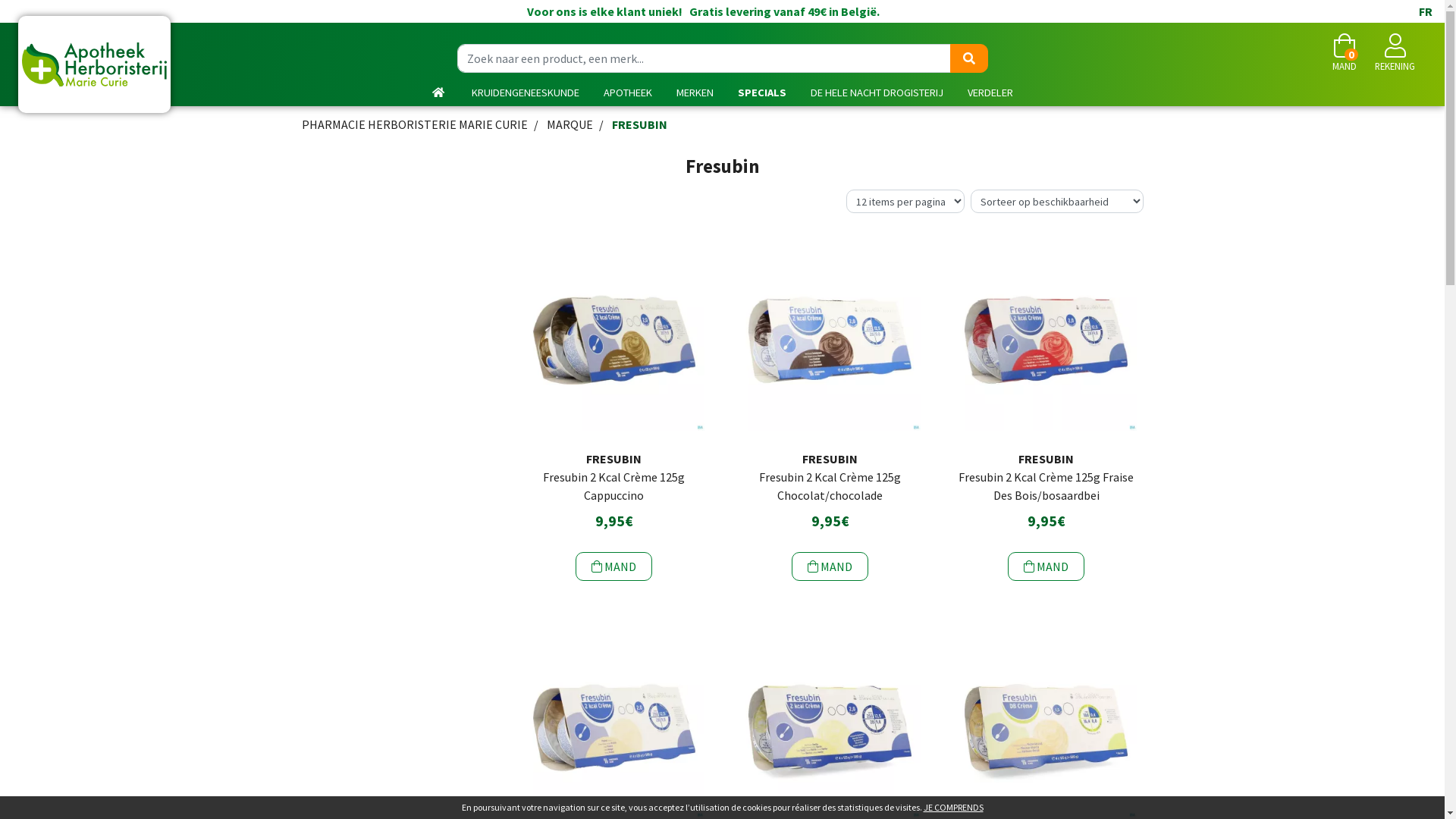 Image resolution: width=1456 pixels, height=819 pixels. What do you see at coordinates (1395, 52) in the screenshot?
I see `'REKENING'` at bounding box center [1395, 52].